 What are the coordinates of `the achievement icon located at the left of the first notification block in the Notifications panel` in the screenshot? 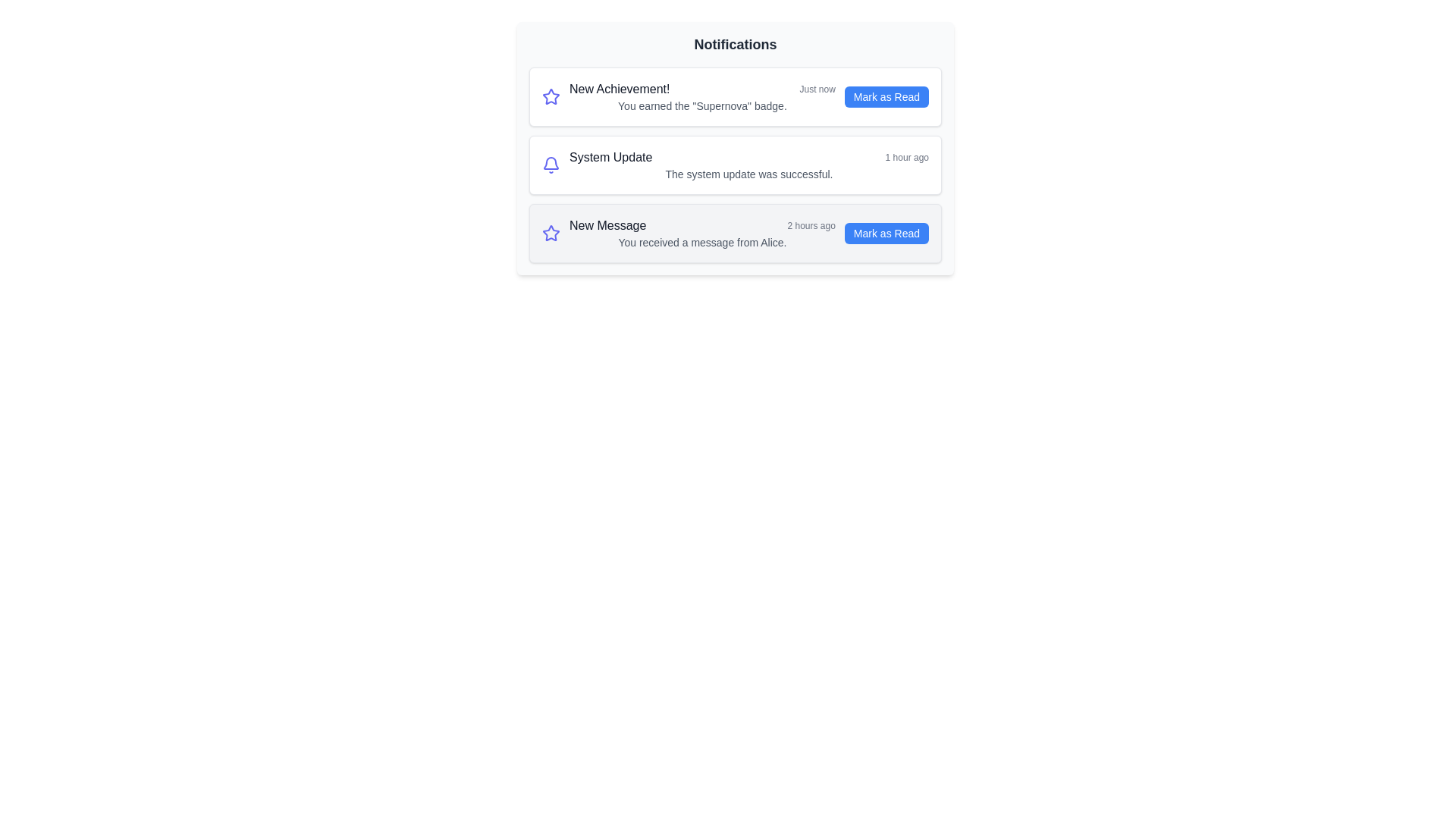 It's located at (550, 96).